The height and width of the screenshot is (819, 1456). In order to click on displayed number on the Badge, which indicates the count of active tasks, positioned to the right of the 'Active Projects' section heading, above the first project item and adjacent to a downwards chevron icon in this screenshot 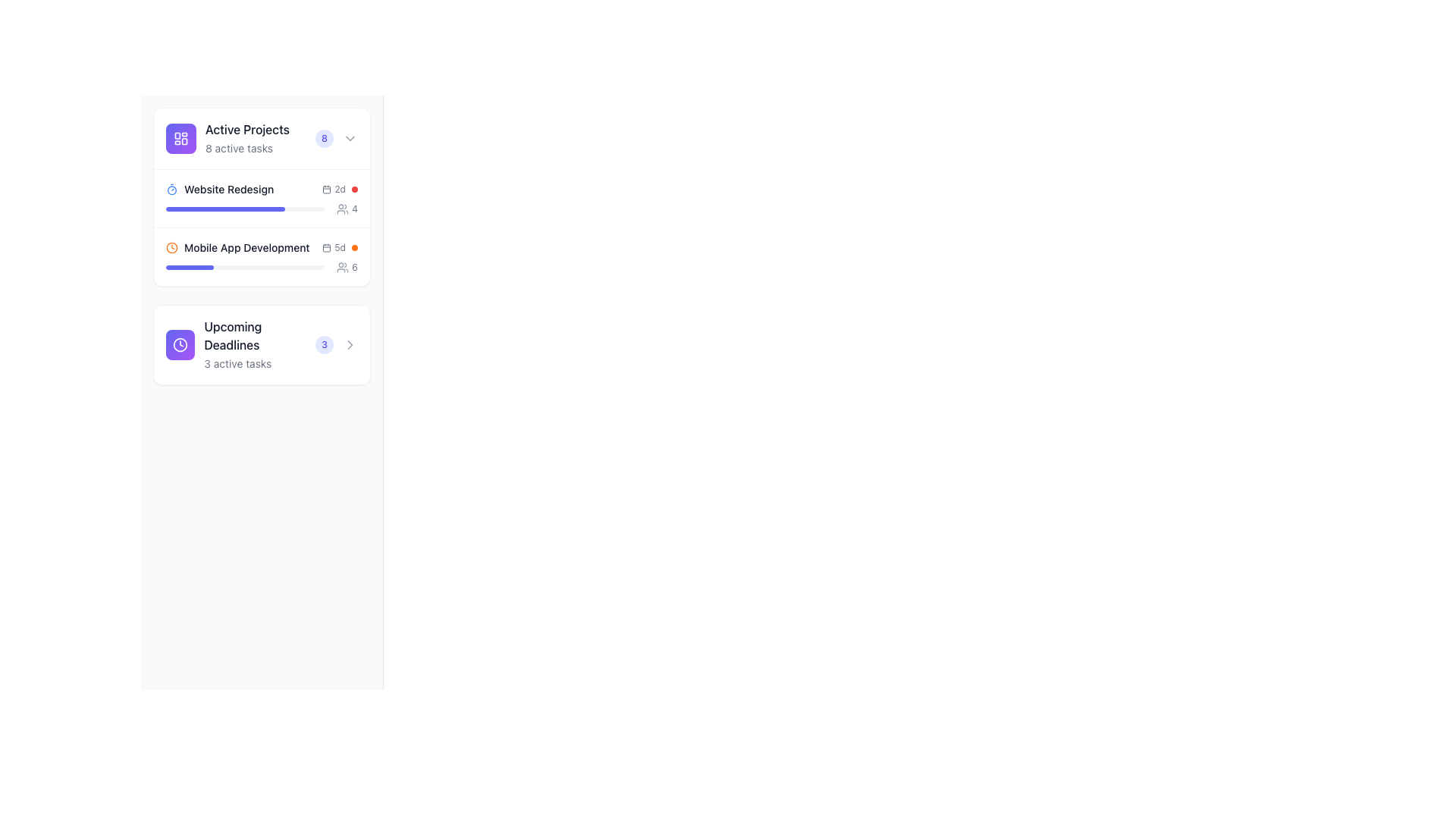, I will do `click(323, 138)`.